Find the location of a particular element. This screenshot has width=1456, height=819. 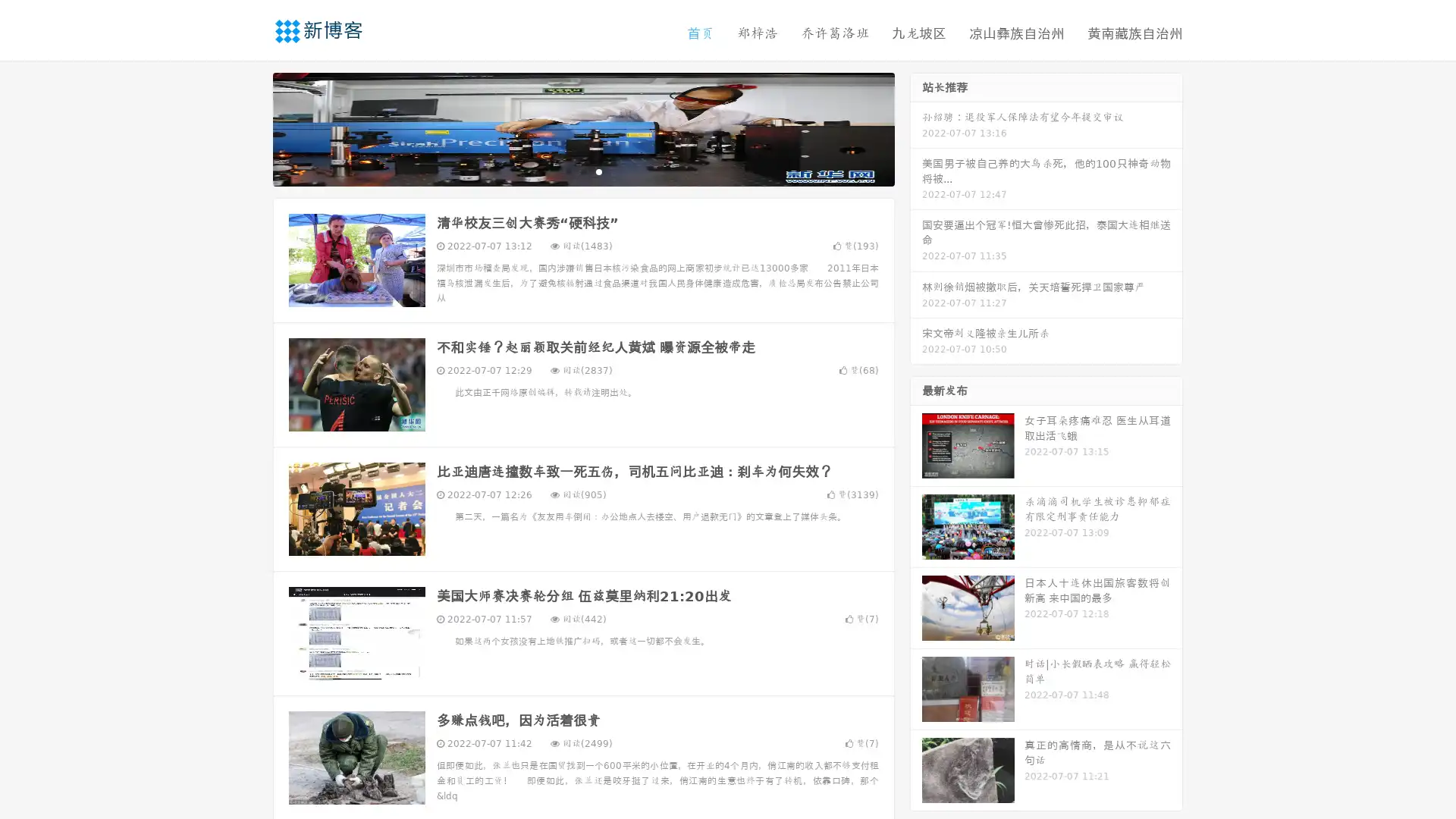

Go to slide 1 is located at coordinates (567, 171).